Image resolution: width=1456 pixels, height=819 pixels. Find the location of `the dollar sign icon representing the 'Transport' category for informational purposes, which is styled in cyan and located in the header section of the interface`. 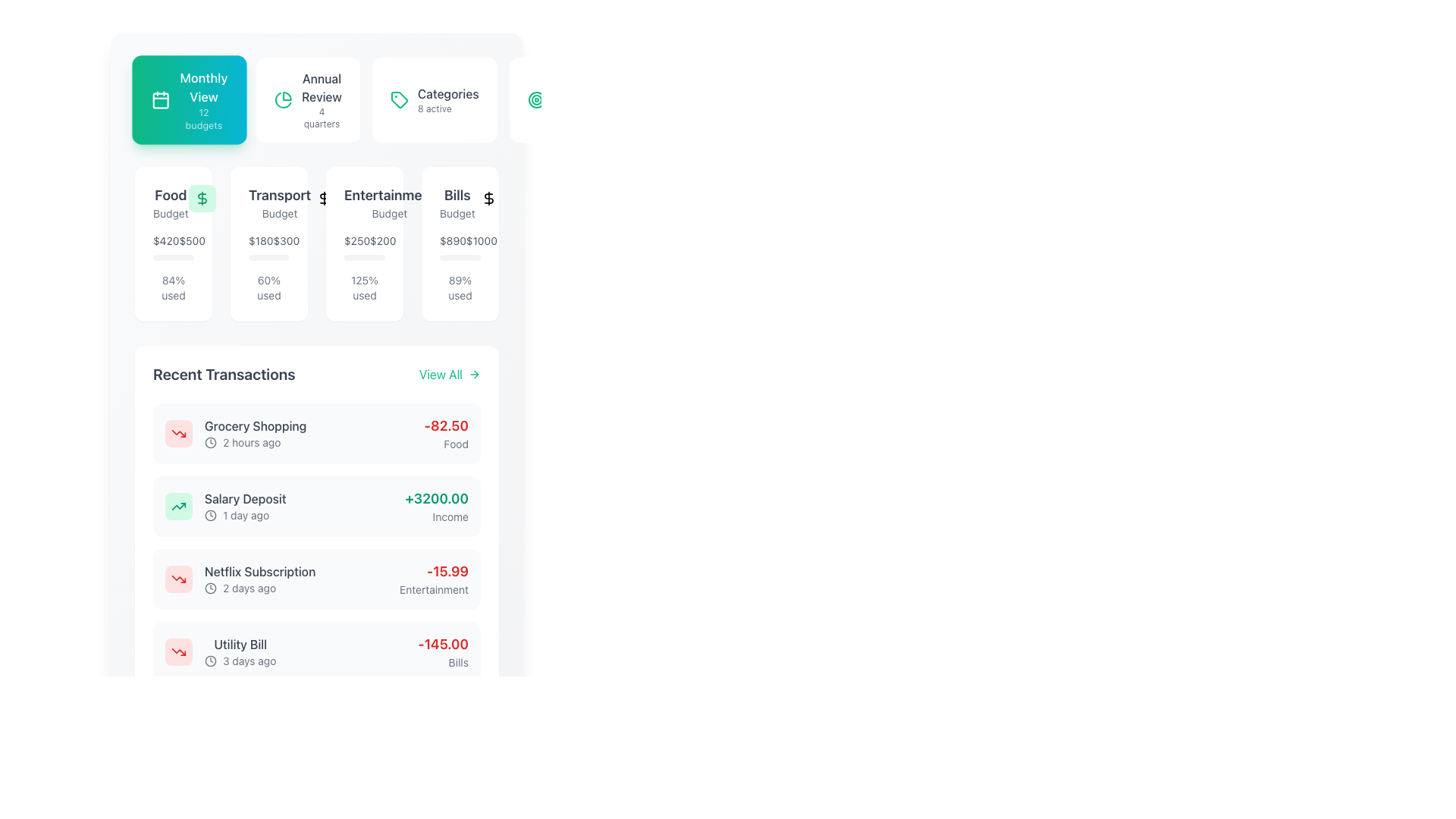

the dollar sign icon representing the 'Transport' category for informational purposes, which is styled in cyan and located in the header section of the interface is located at coordinates (324, 198).